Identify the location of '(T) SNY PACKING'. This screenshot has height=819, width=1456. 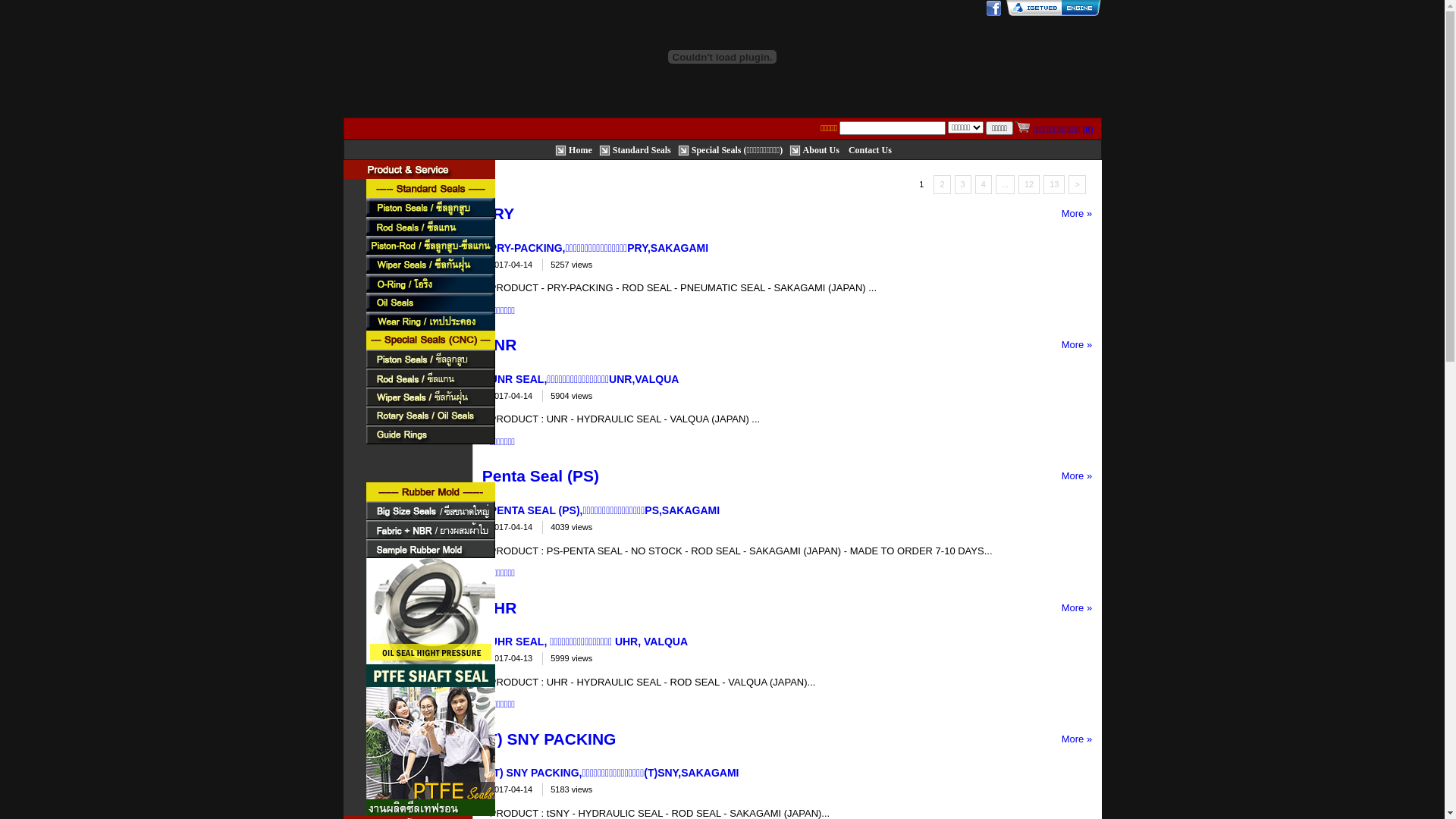
(548, 738).